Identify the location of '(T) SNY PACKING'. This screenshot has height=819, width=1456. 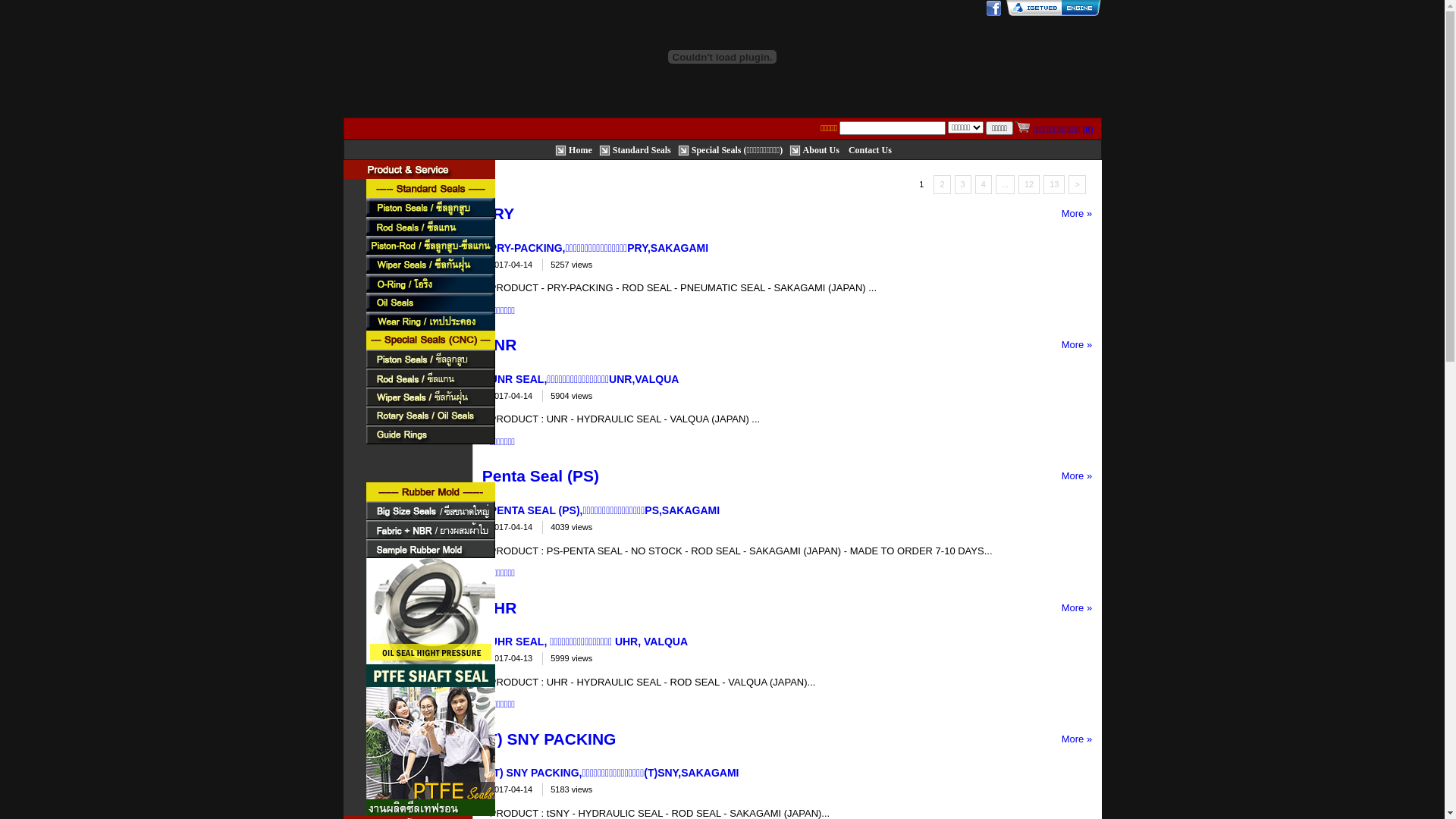
(548, 738).